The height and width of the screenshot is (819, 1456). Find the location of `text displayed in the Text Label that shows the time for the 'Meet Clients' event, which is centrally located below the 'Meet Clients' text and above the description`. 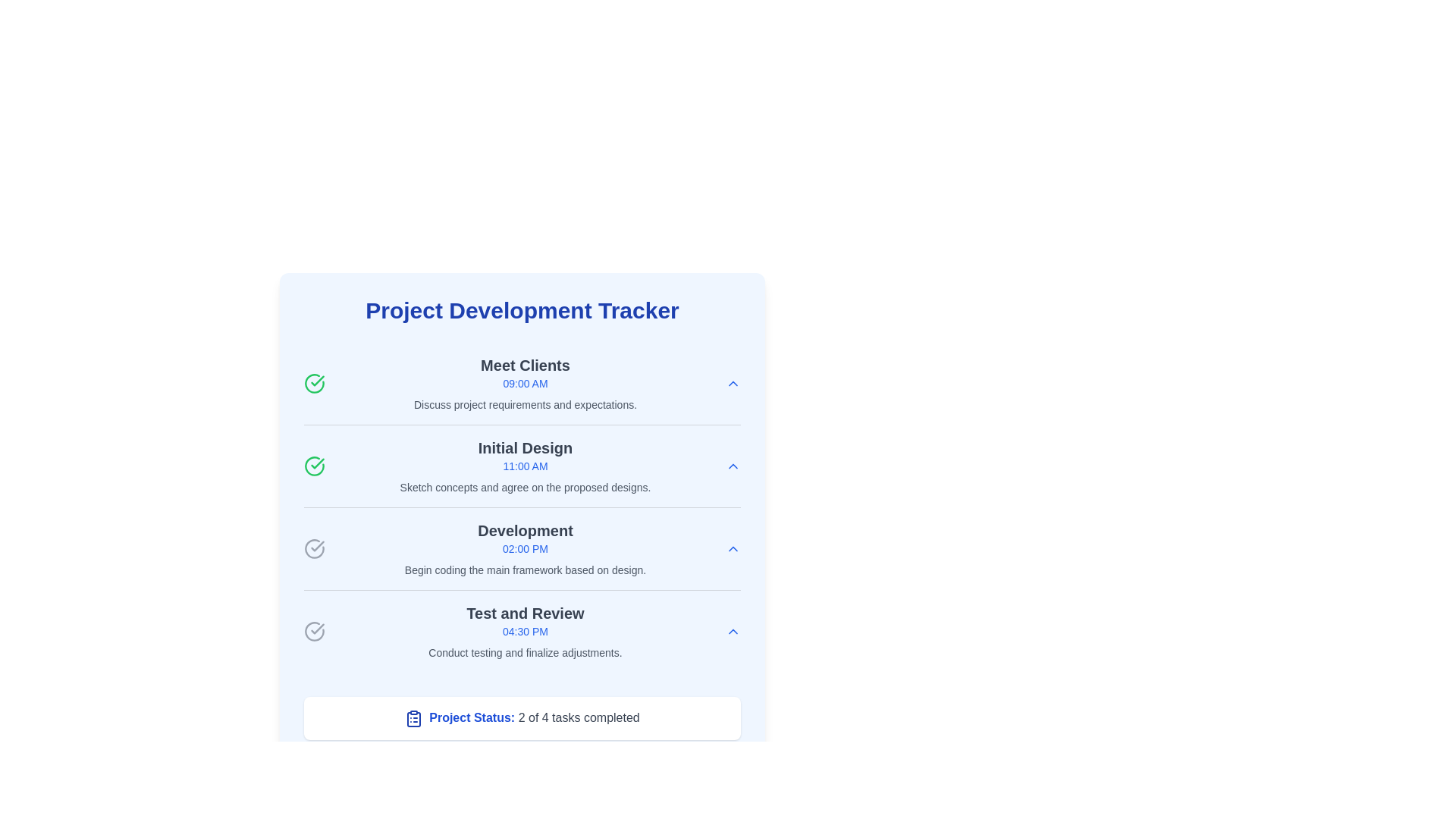

text displayed in the Text Label that shows the time for the 'Meet Clients' event, which is centrally located below the 'Meet Clients' text and above the description is located at coordinates (525, 382).